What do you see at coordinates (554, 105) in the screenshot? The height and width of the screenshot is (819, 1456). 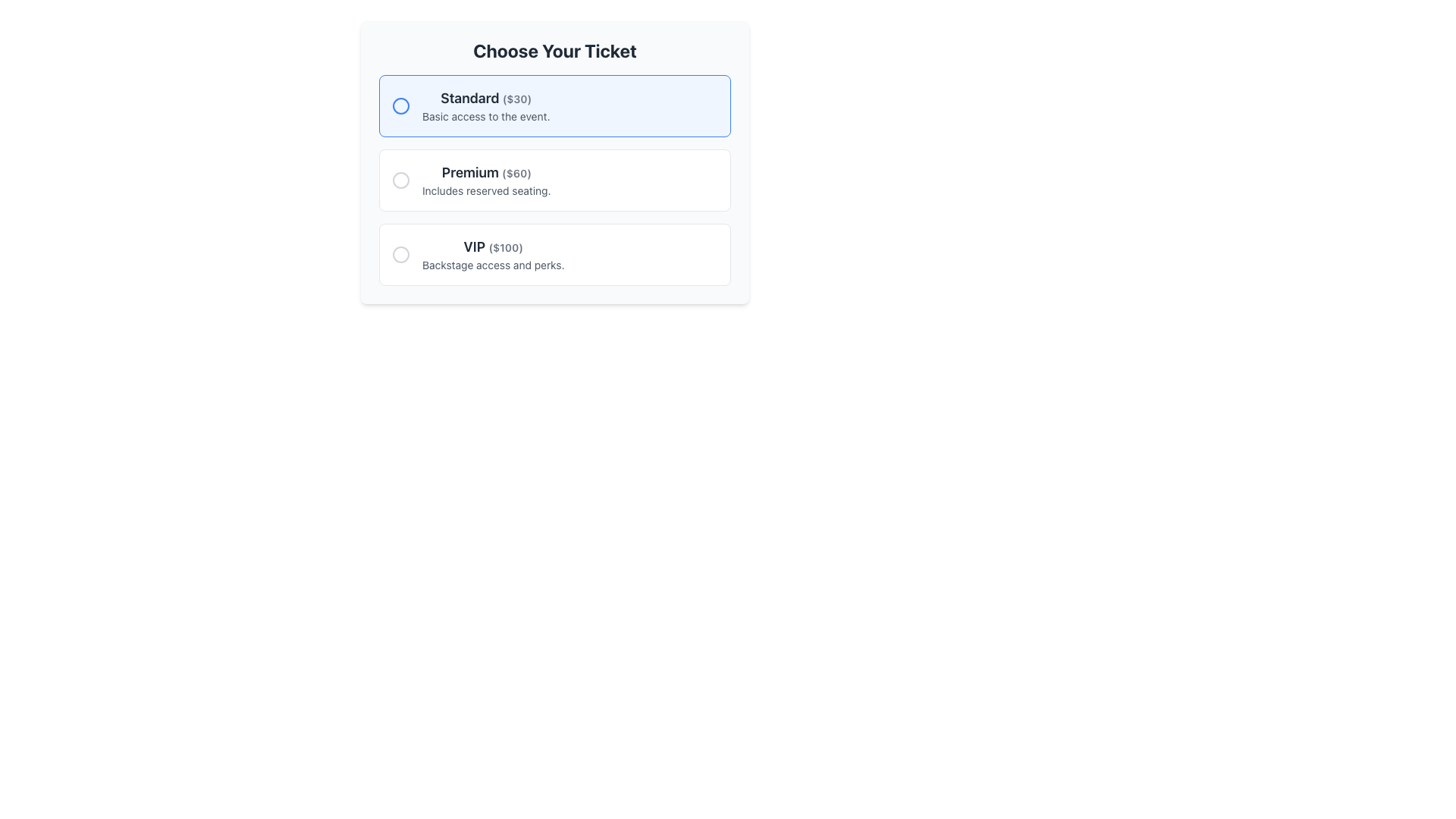 I see `the first selectable ticket option labeled 'Standard ($30)' with a light blue background and rounded corners` at bounding box center [554, 105].